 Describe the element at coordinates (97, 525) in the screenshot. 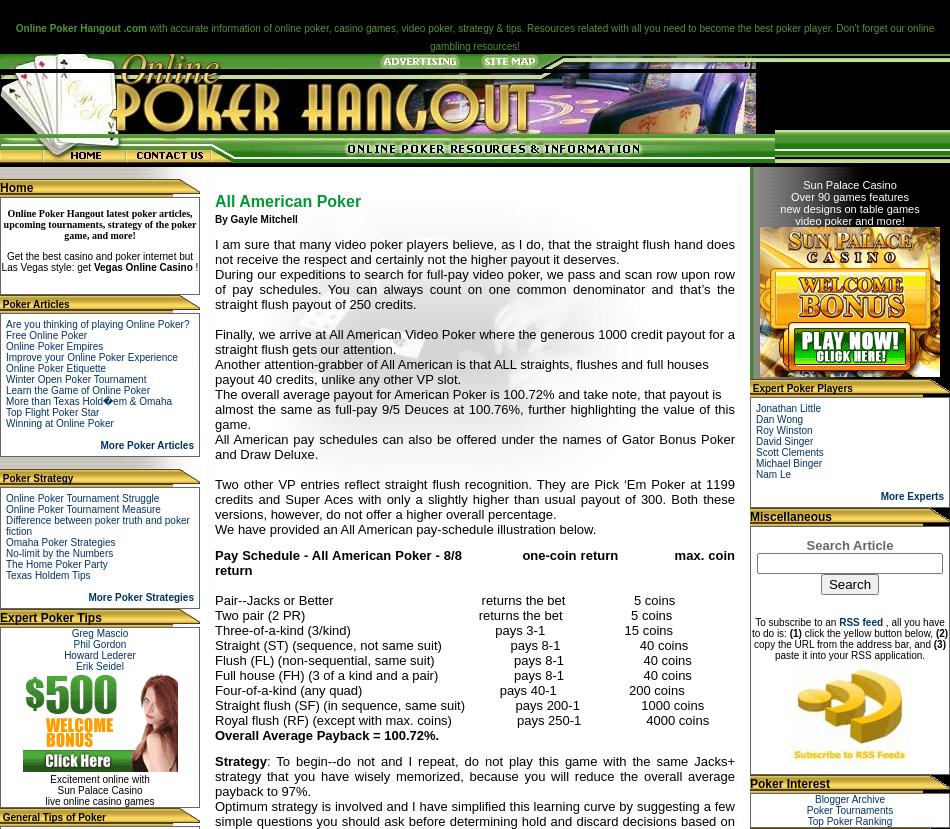

I see `'Difference between poker truth and poker fiction'` at that location.